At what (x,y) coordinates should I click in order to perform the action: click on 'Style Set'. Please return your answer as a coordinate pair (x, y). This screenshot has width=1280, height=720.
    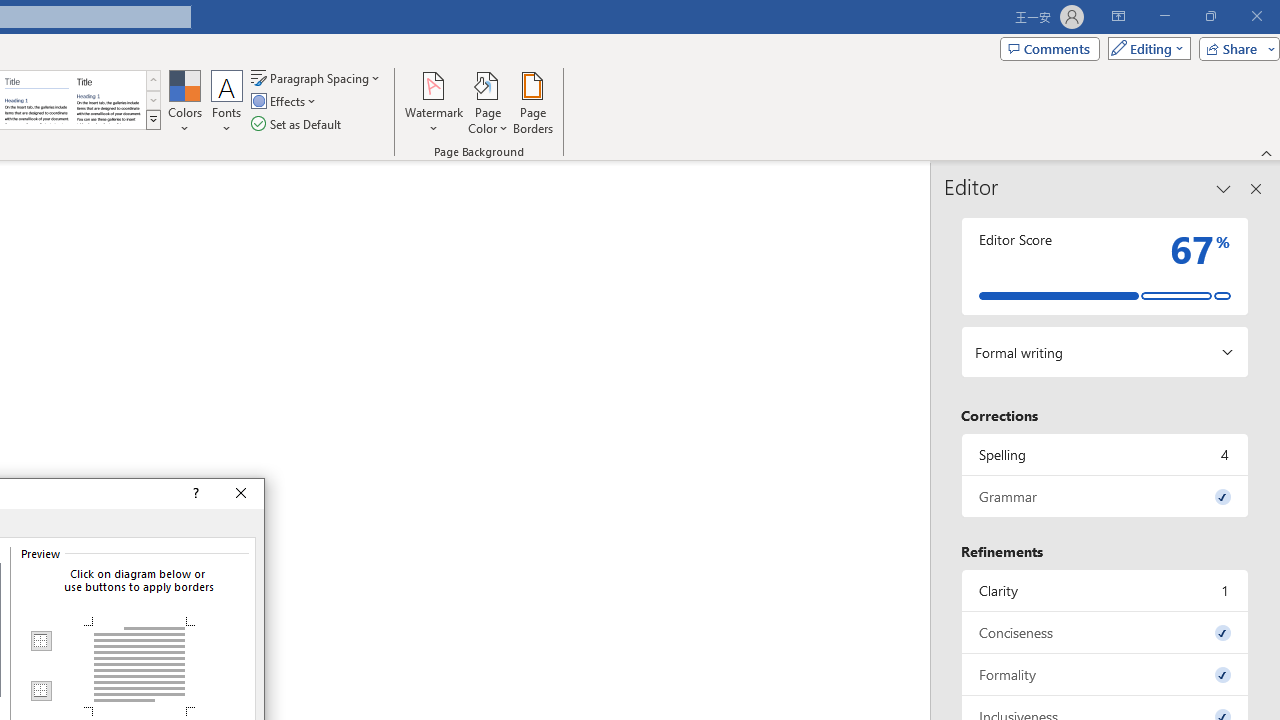
    Looking at the image, I should click on (152, 120).